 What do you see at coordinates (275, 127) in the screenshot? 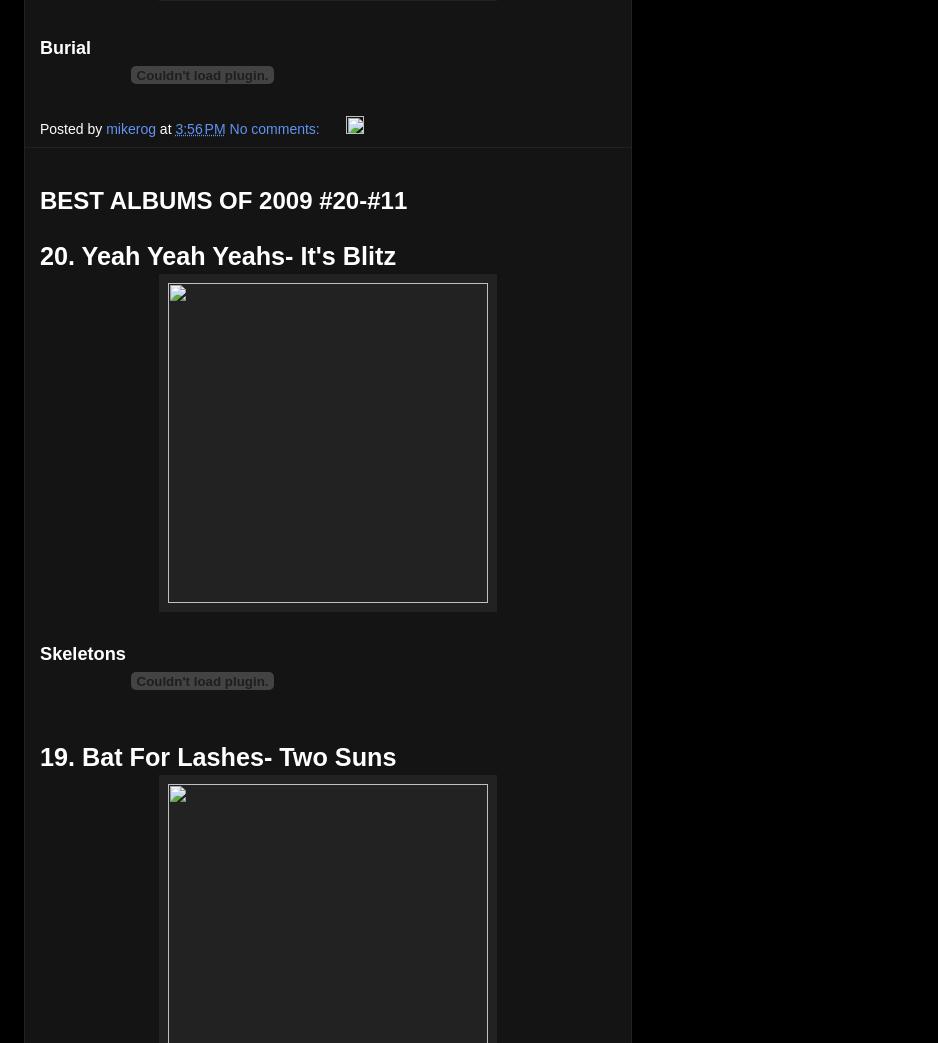
I see `'No comments:'` at bounding box center [275, 127].